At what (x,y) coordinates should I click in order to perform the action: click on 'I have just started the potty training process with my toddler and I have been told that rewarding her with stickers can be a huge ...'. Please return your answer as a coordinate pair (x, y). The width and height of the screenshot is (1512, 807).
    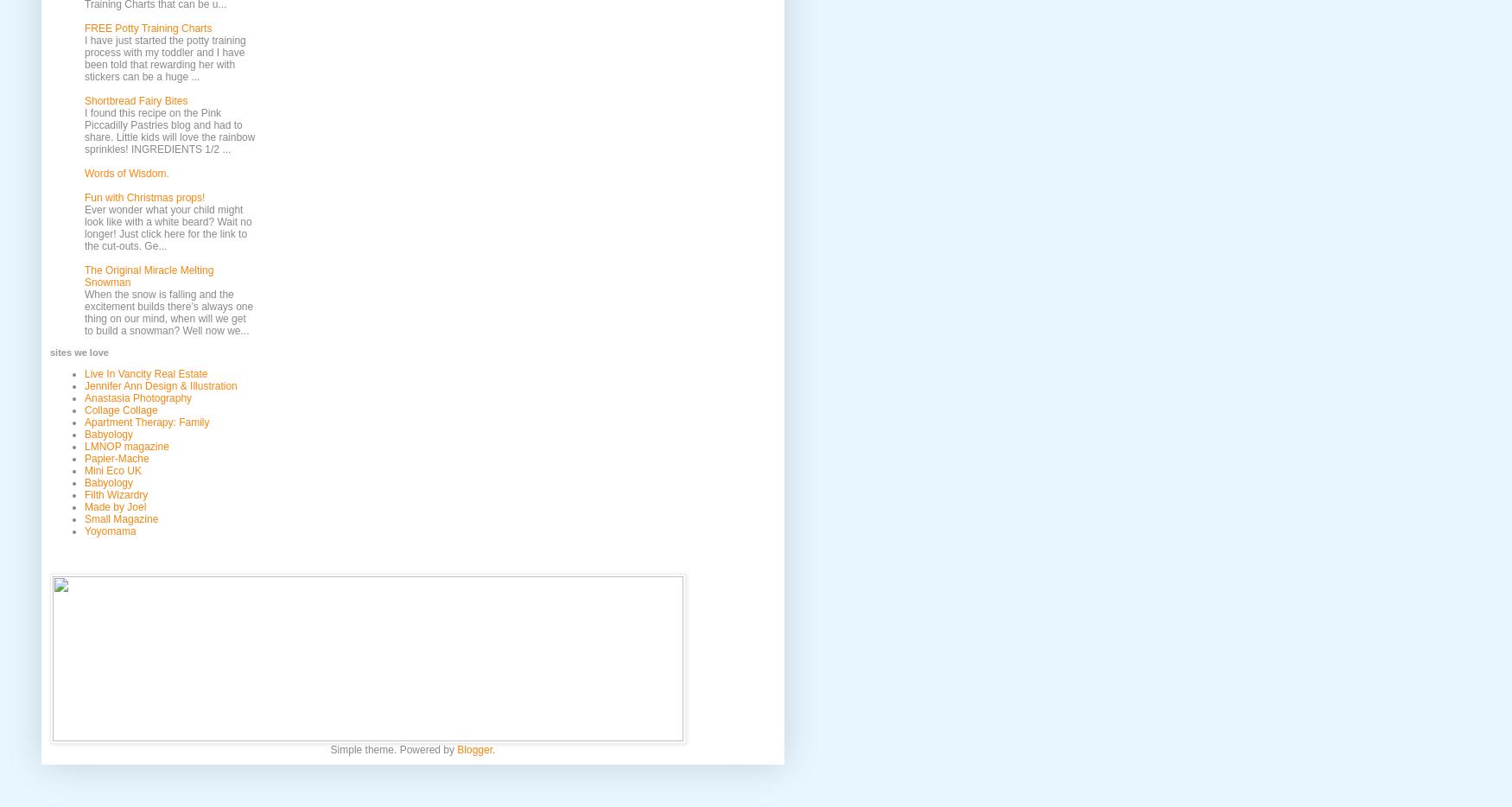
    Looking at the image, I should click on (164, 57).